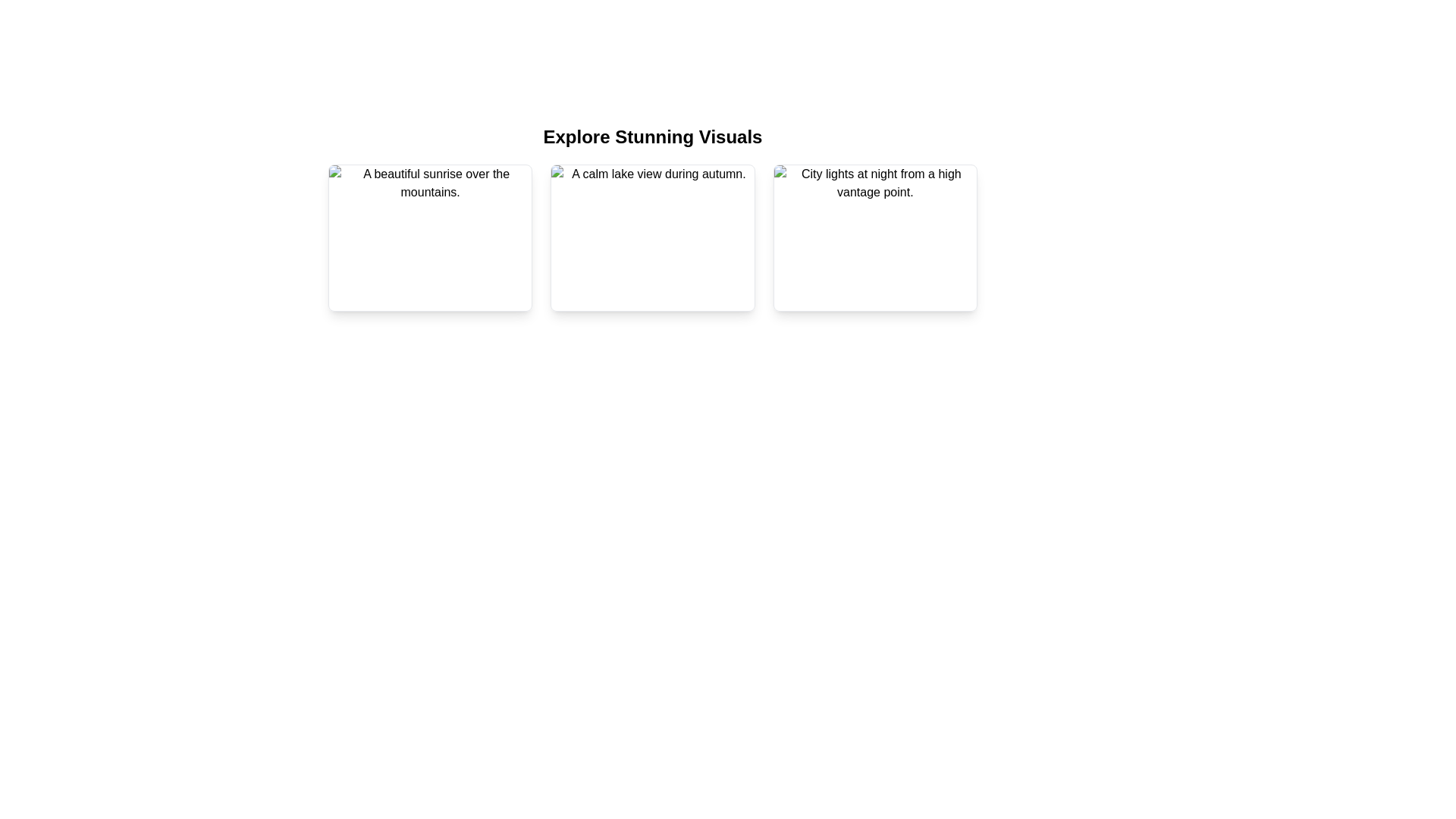 Image resolution: width=1456 pixels, height=819 pixels. I want to click on the Content Card displaying 'City lights at night from a high vantage point', which is the third card in a grid of three, located on the rightmost end, so click(875, 237).